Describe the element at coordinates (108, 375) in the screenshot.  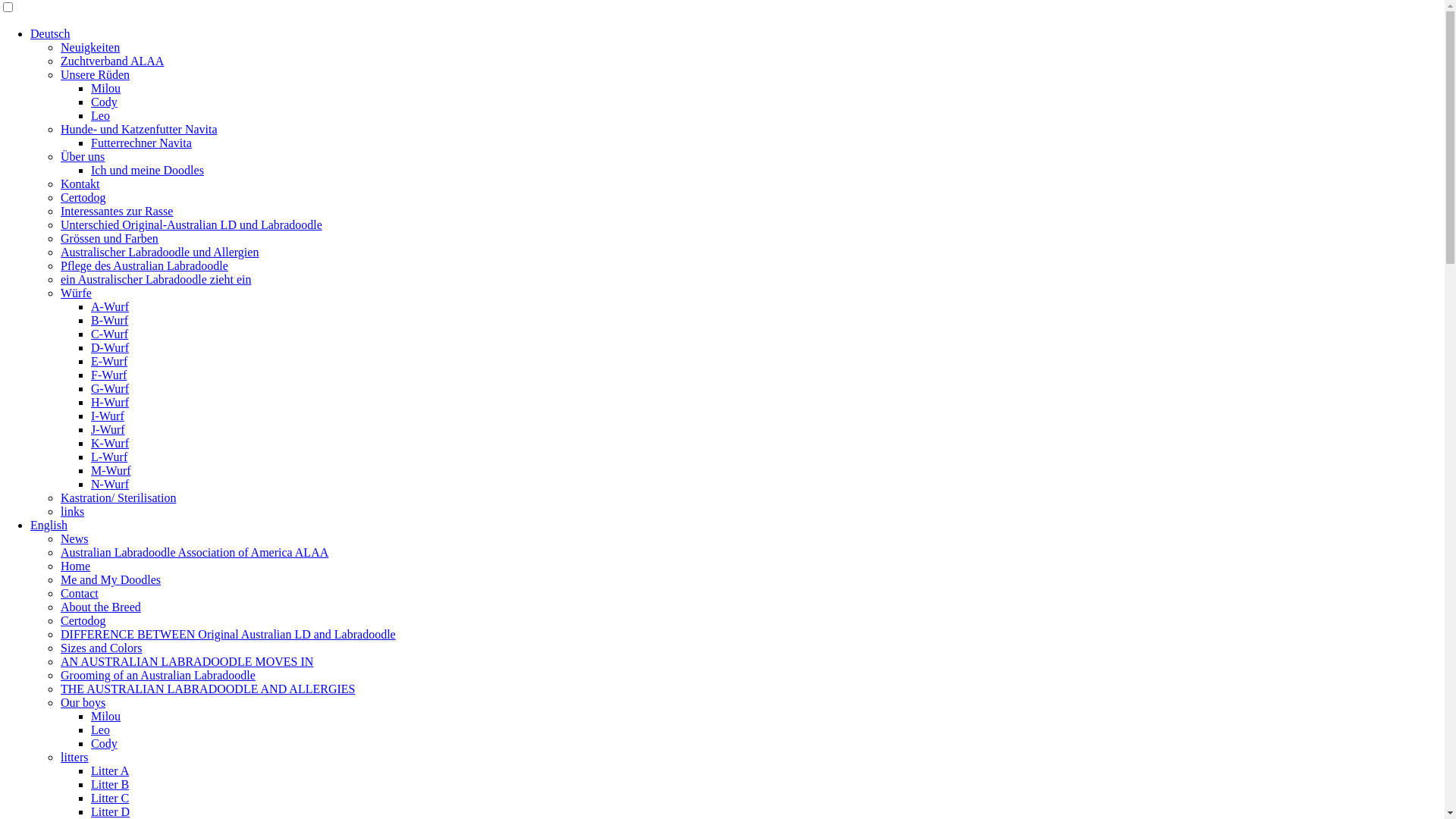
I see `'F-Wurf'` at that location.